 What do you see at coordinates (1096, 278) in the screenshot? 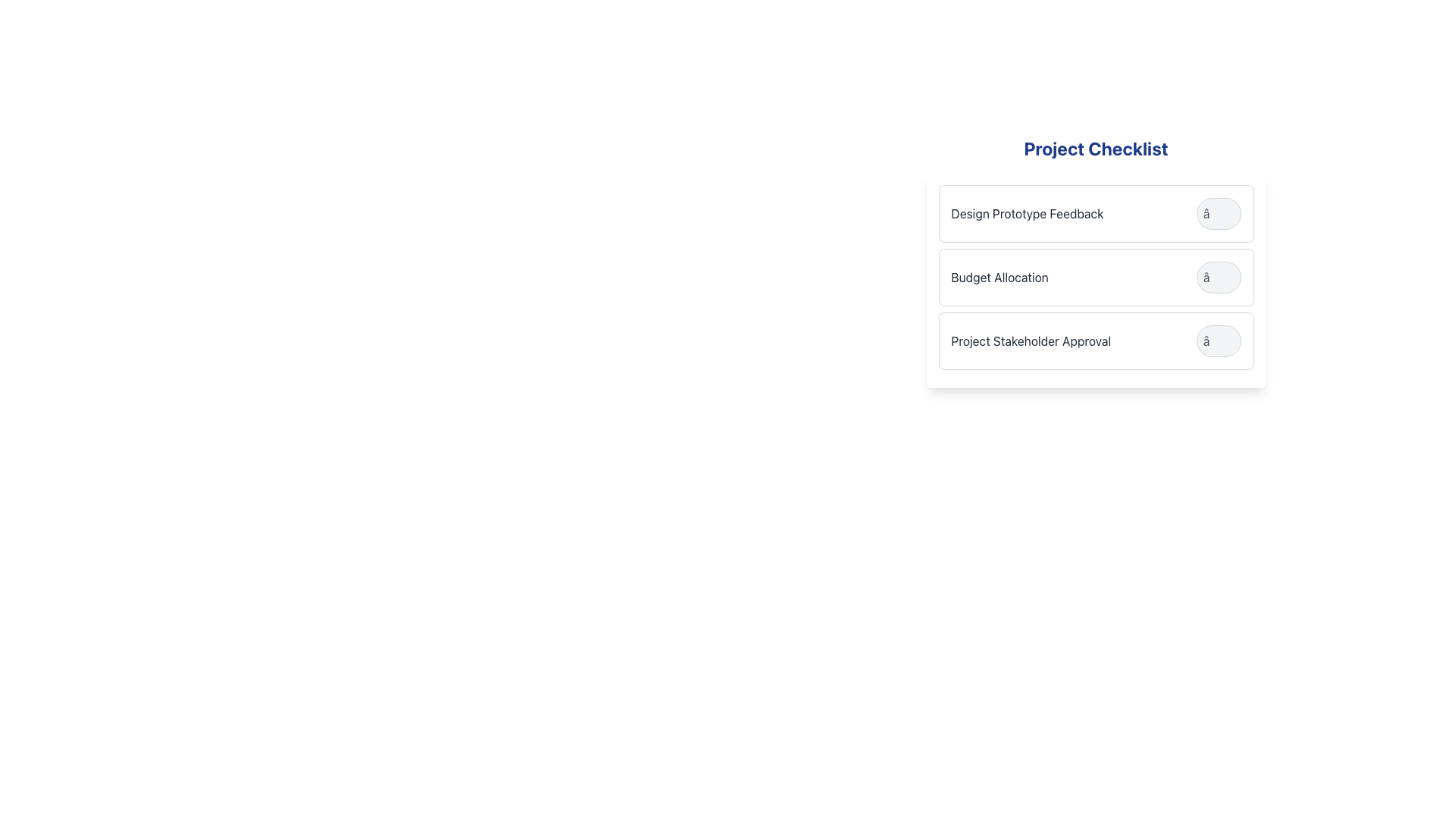
I see `the second item in the checklist or list item component, which is positioned between 'Design Prototype Feedback' and 'Project Stakeholder Approval'` at bounding box center [1096, 278].